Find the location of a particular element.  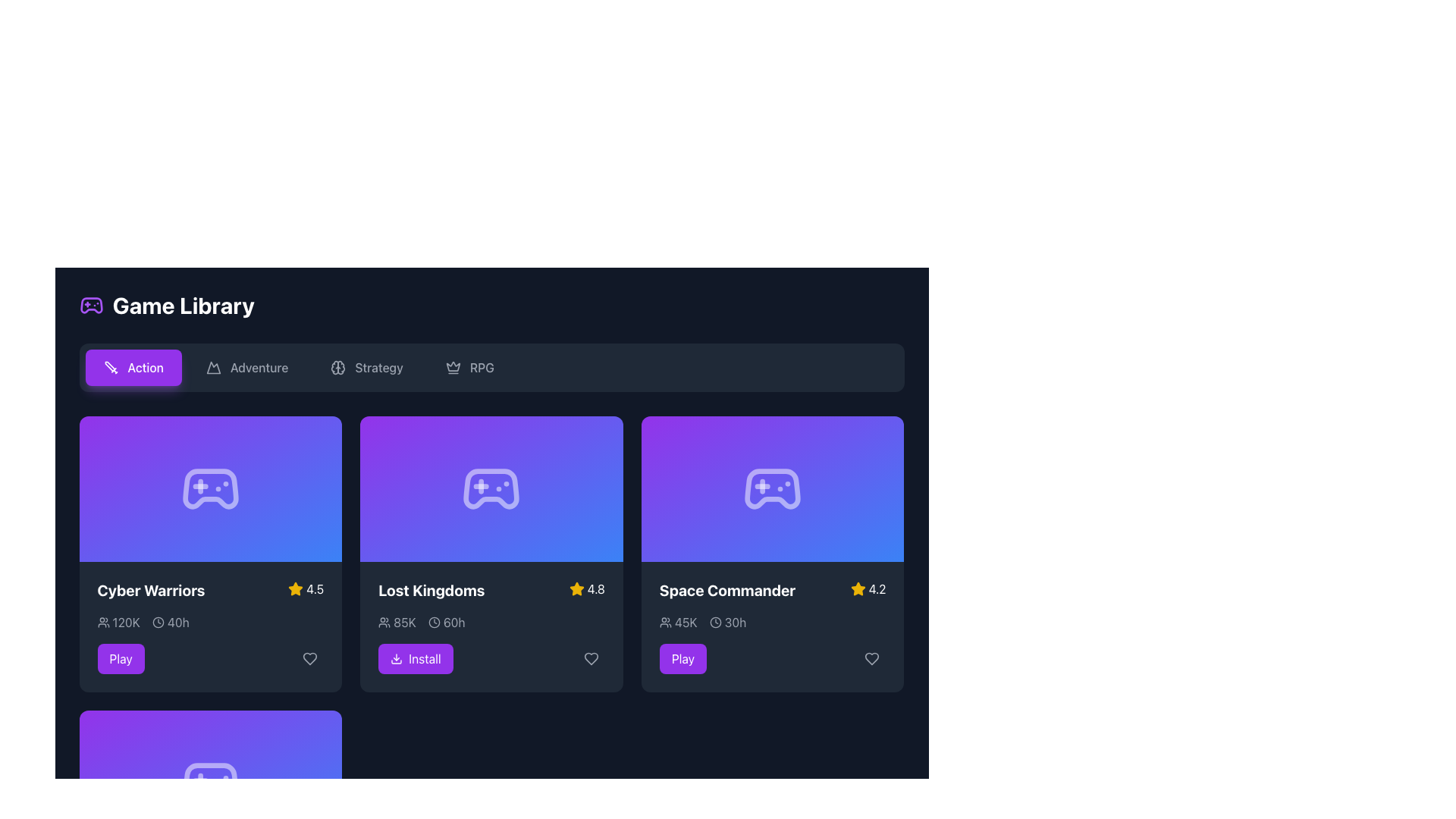

the bright yellow star-shaped icon located next to the rating text '4.5' within the first game card labeled 'Cyber Warriors' is located at coordinates (296, 588).